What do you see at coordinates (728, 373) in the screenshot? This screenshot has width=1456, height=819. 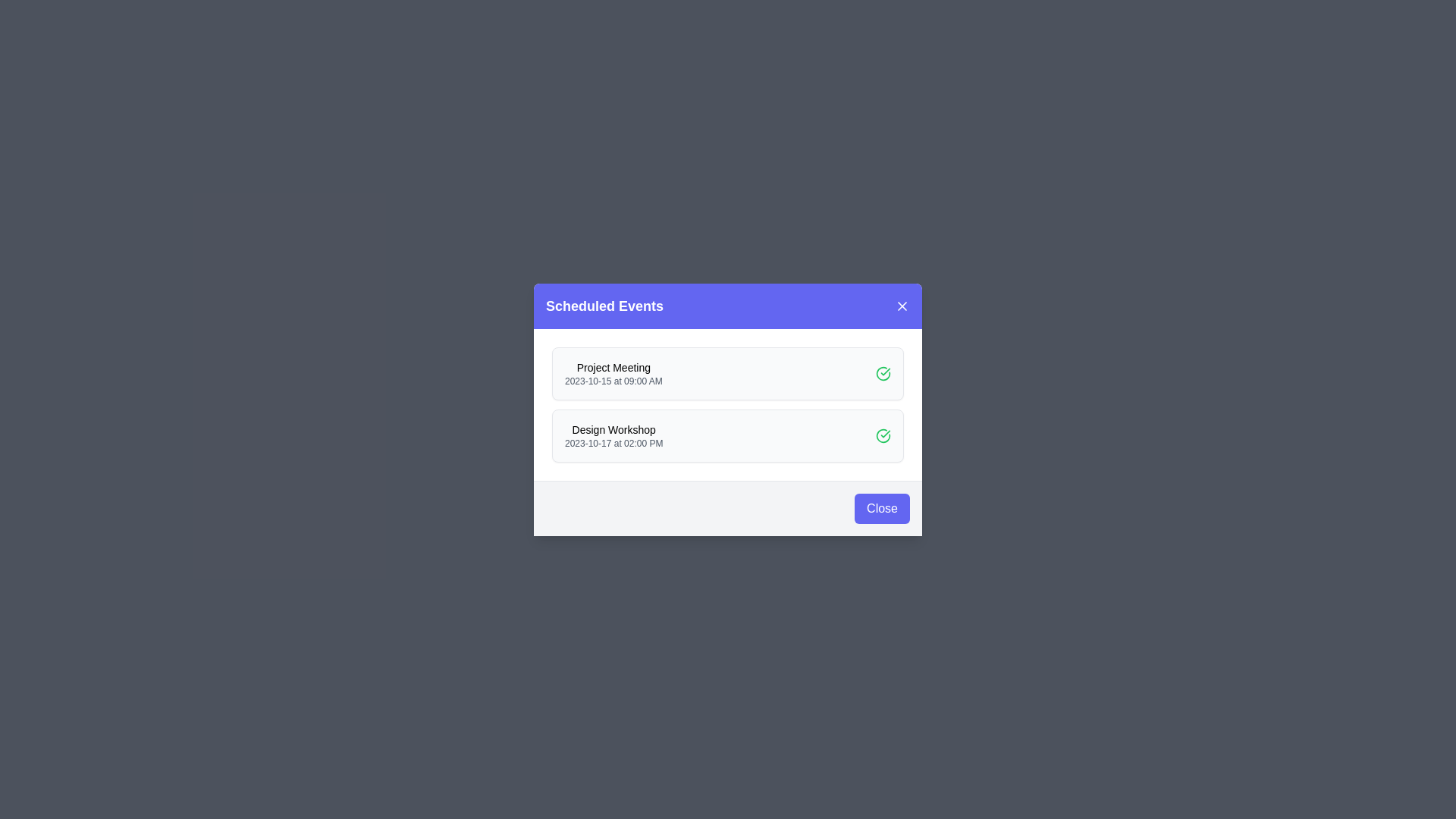 I see `the first list item displaying the event's title, date, and time` at bounding box center [728, 373].